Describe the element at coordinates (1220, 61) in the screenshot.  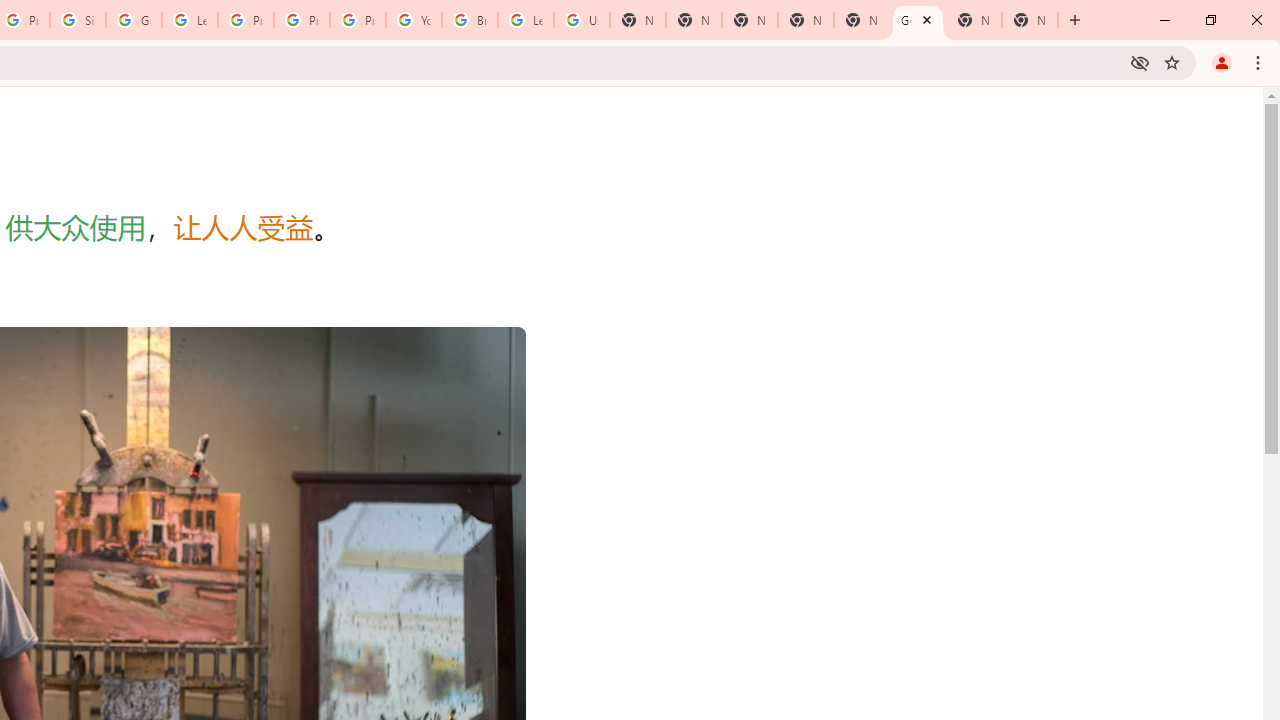
I see `'You'` at that location.